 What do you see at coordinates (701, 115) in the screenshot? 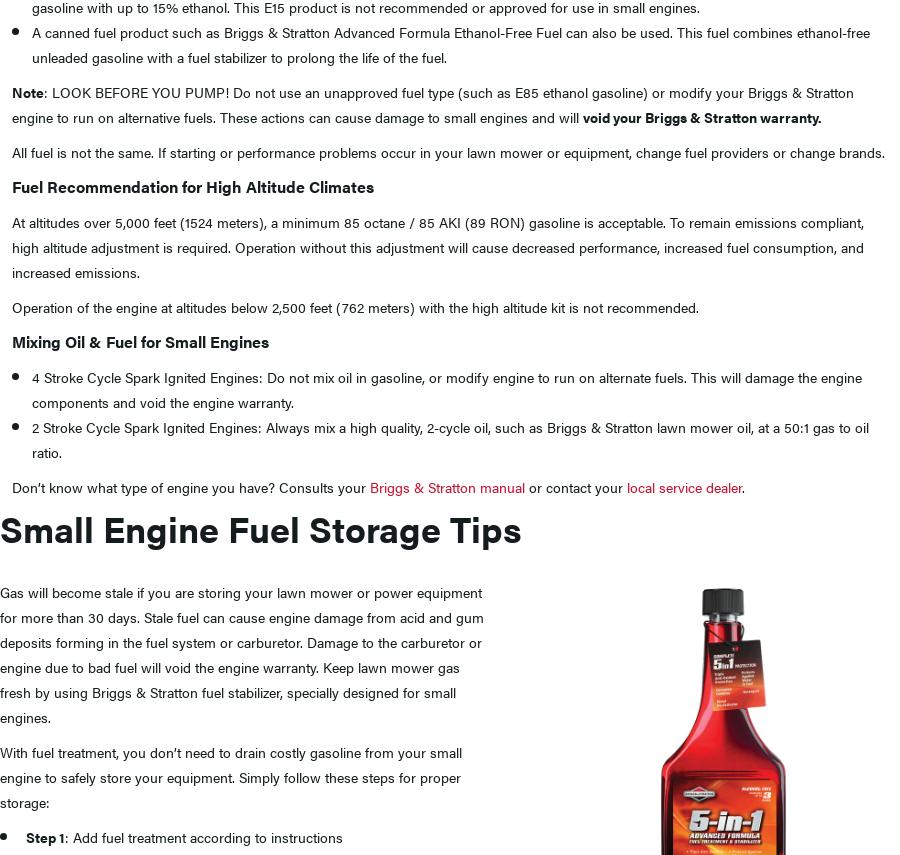
I see `'void your Briggs & Stratton warranty.'` at bounding box center [701, 115].